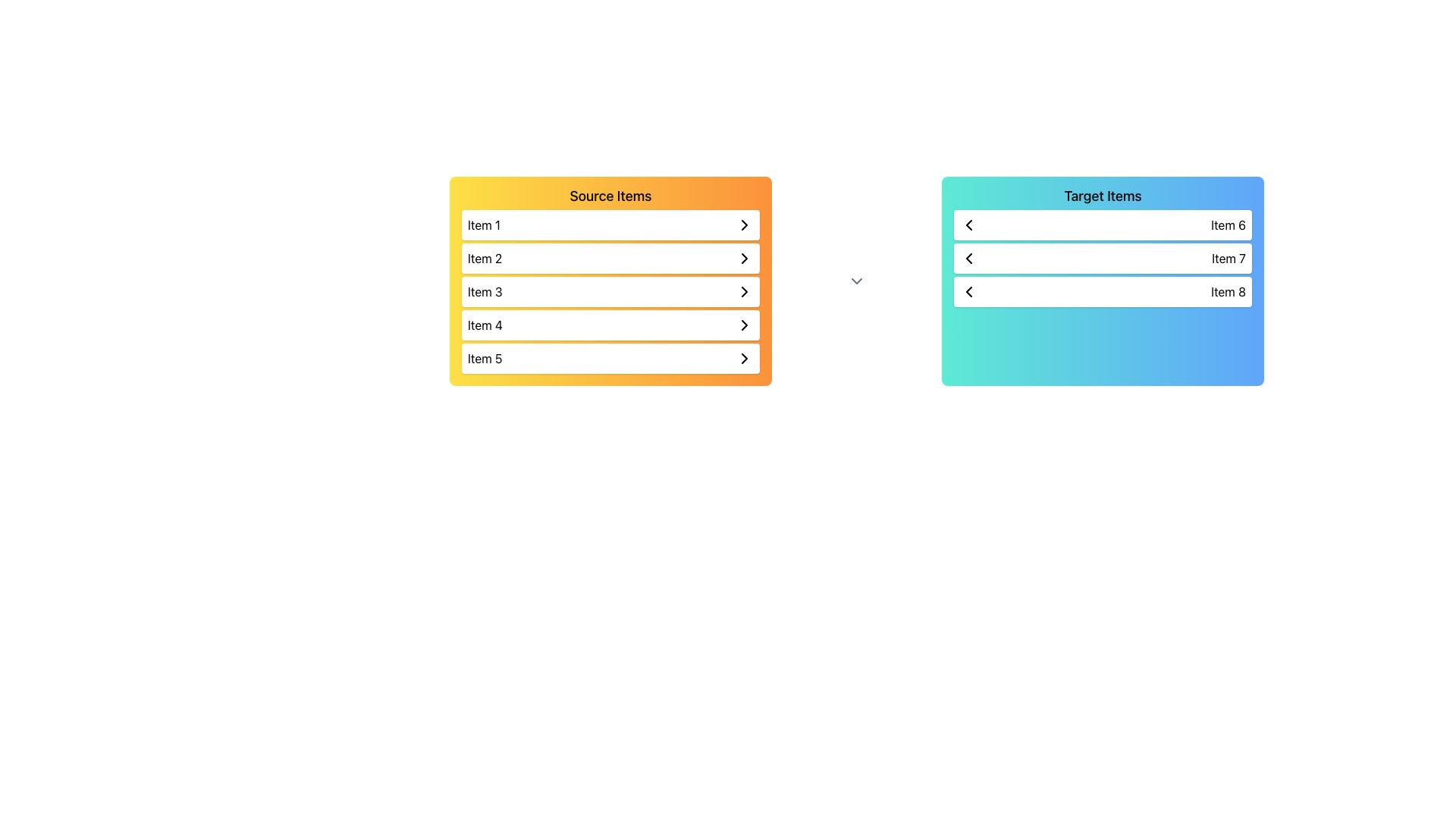 The width and height of the screenshot is (1456, 819). I want to click on the left-facing chevron icon located before the text label 'Item 8' in the third row of the 'Target Items' group, so click(968, 292).